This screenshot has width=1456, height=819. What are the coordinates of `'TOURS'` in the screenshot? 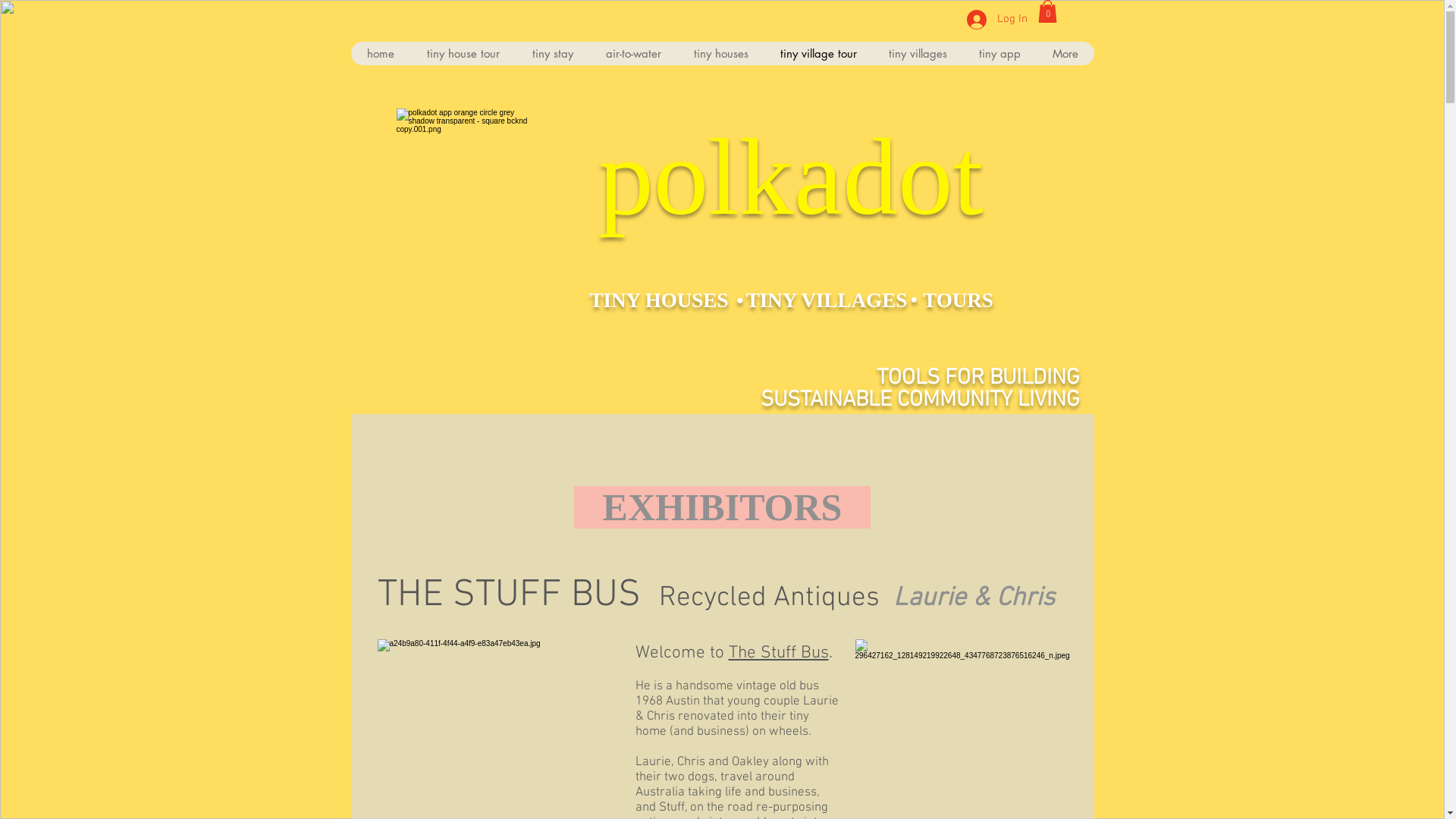 It's located at (922, 300).